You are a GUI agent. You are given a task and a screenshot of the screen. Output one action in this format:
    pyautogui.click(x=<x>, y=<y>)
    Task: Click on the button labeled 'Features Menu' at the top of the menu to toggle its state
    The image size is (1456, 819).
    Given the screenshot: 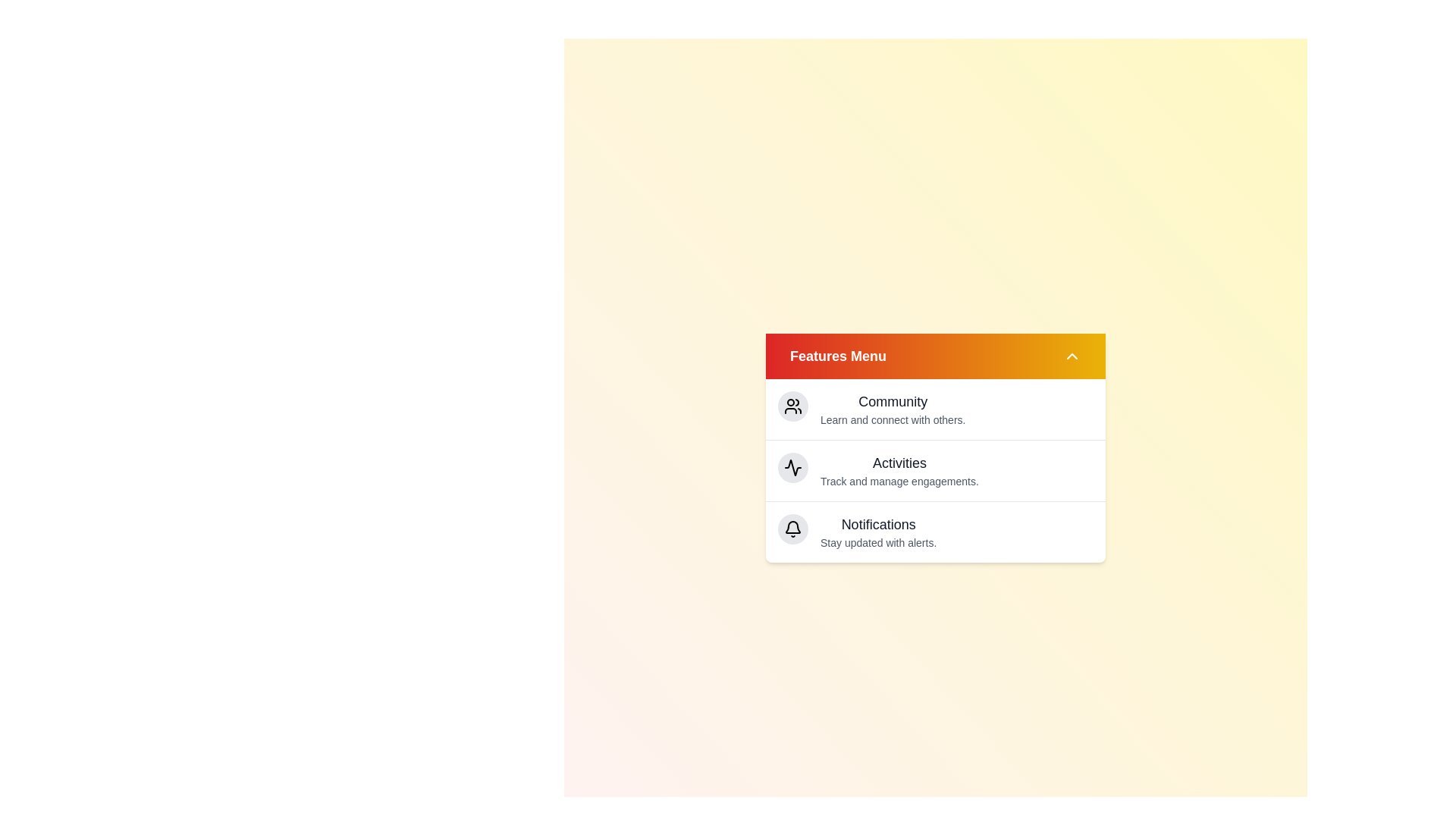 What is the action you would take?
    pyautogui.click(x=934, y=356)
    